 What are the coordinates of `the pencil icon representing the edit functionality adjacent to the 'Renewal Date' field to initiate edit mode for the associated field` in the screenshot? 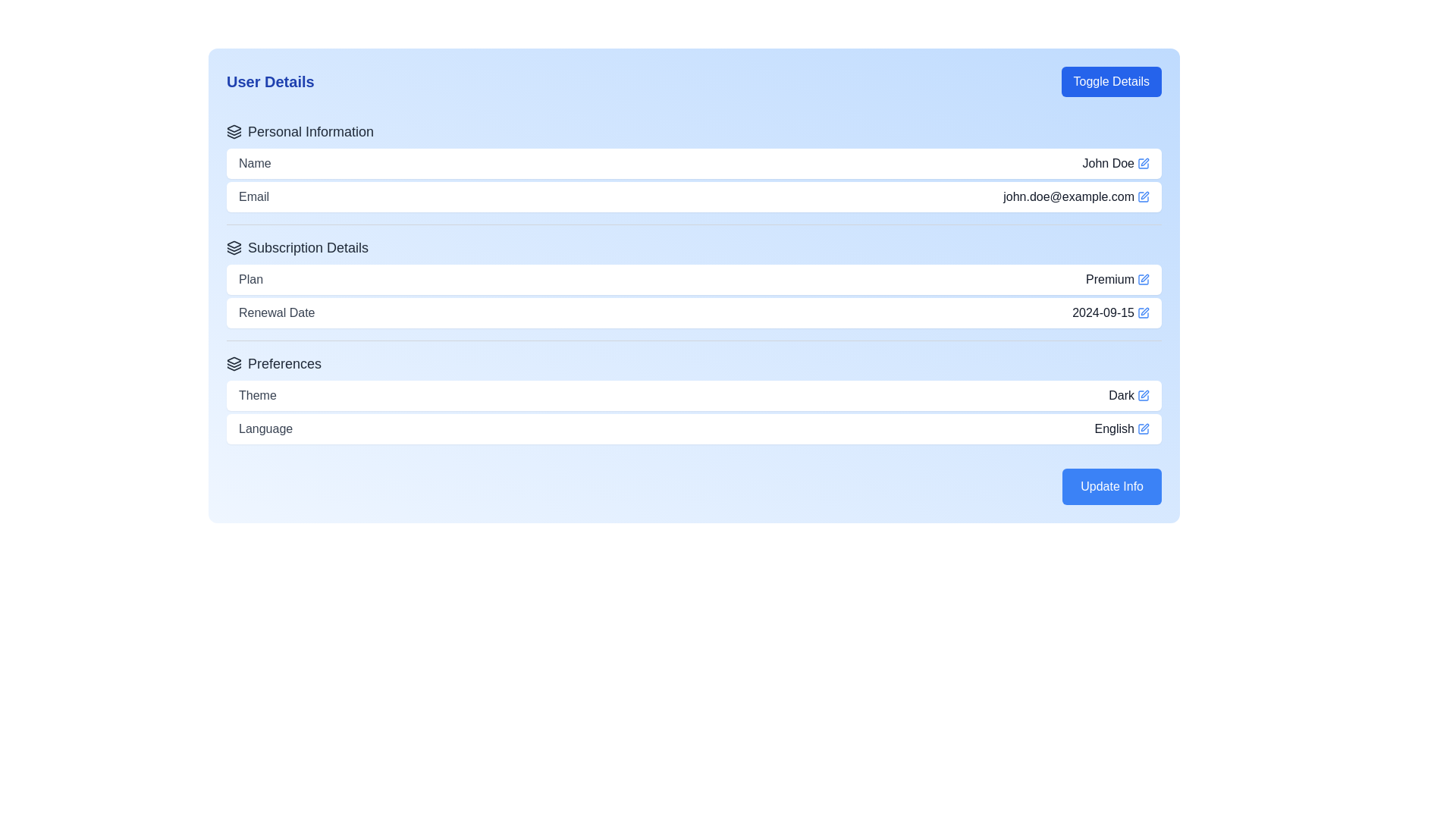 It's located at (1145, 311).